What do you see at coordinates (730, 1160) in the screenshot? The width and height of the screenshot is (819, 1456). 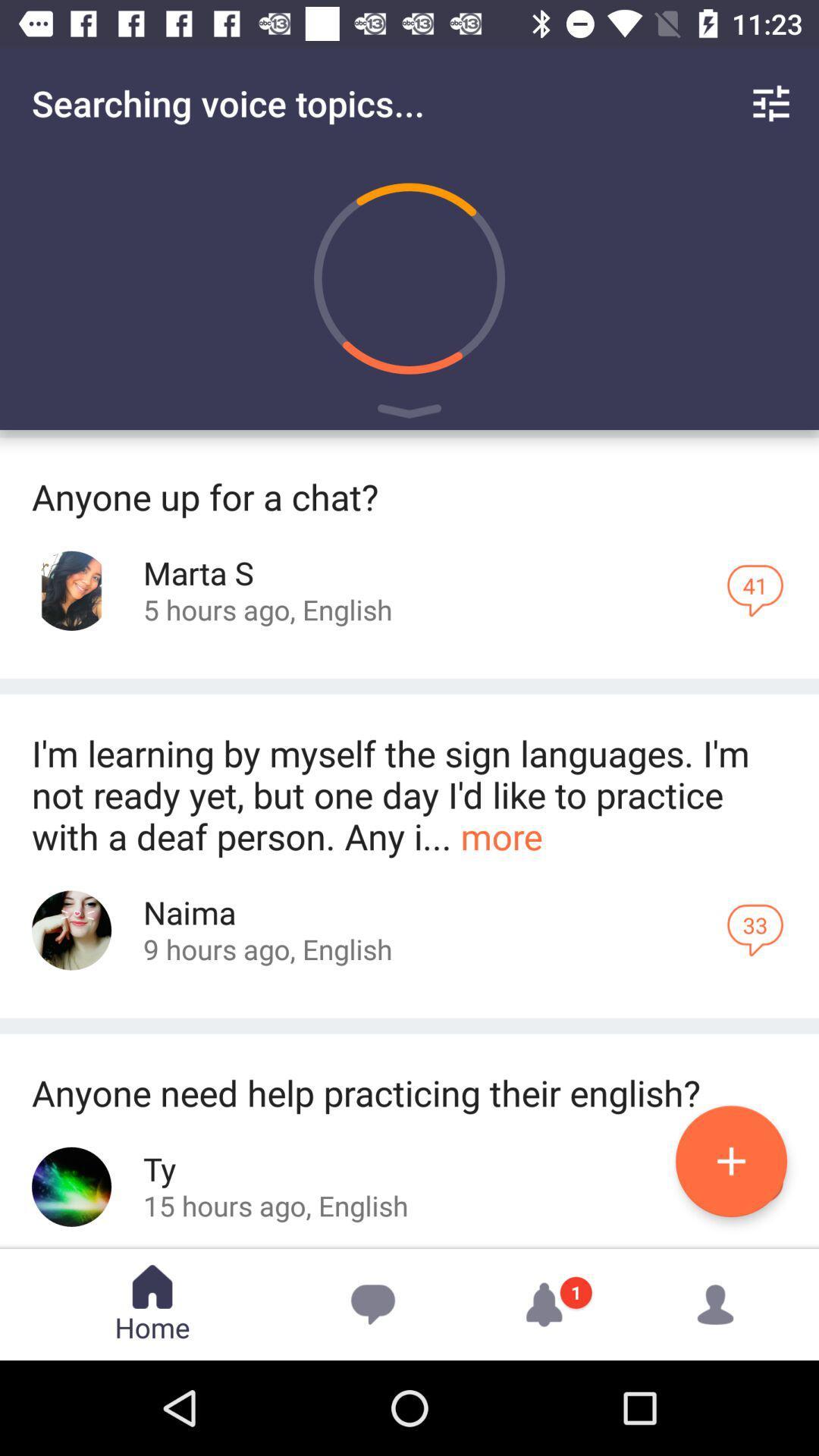 I see `increment button` at bounding box center [730, 1160].